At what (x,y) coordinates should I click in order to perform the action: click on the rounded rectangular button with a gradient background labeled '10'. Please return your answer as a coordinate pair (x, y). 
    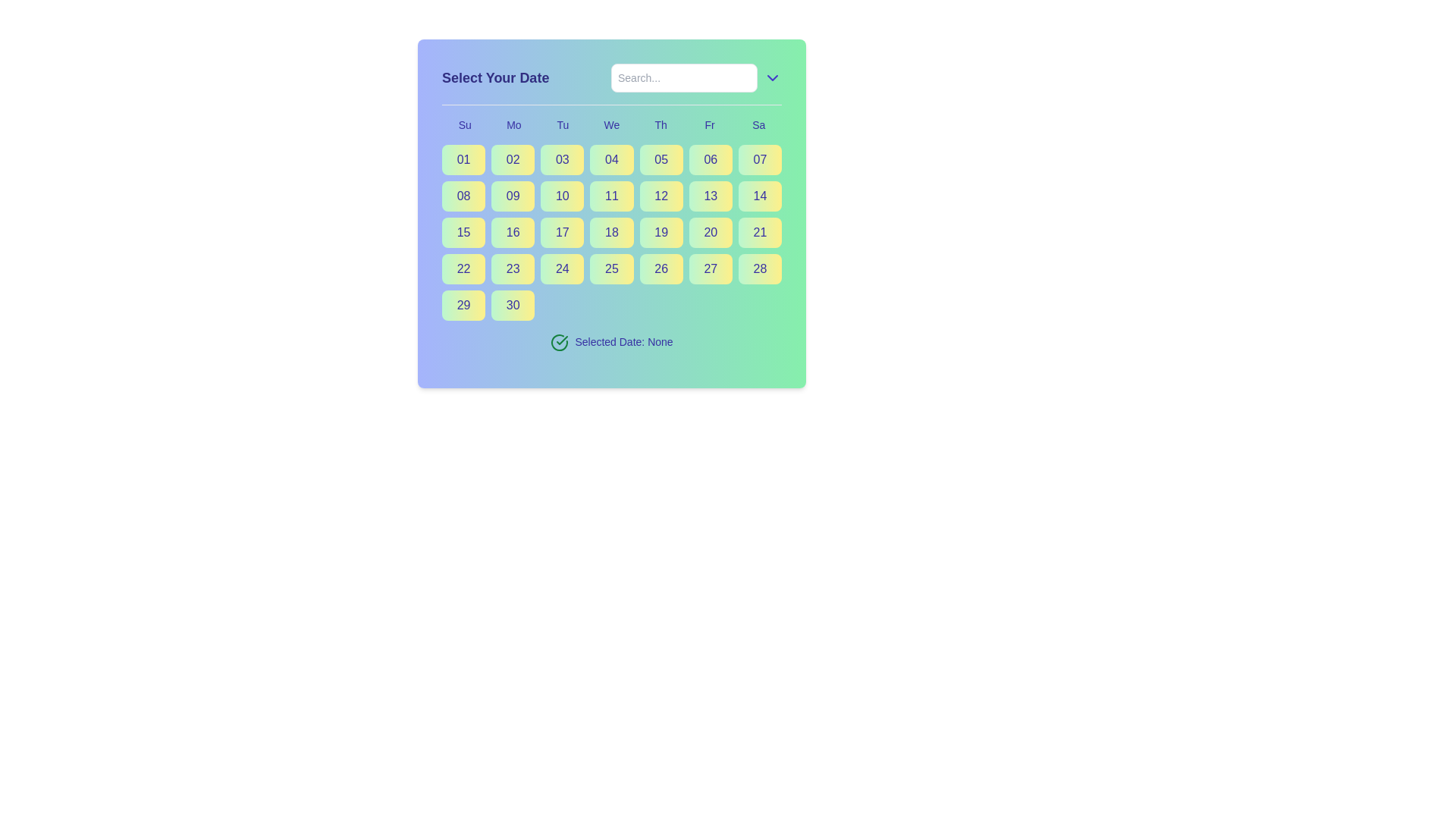
    Looking at the image, I should click on (561, 195).